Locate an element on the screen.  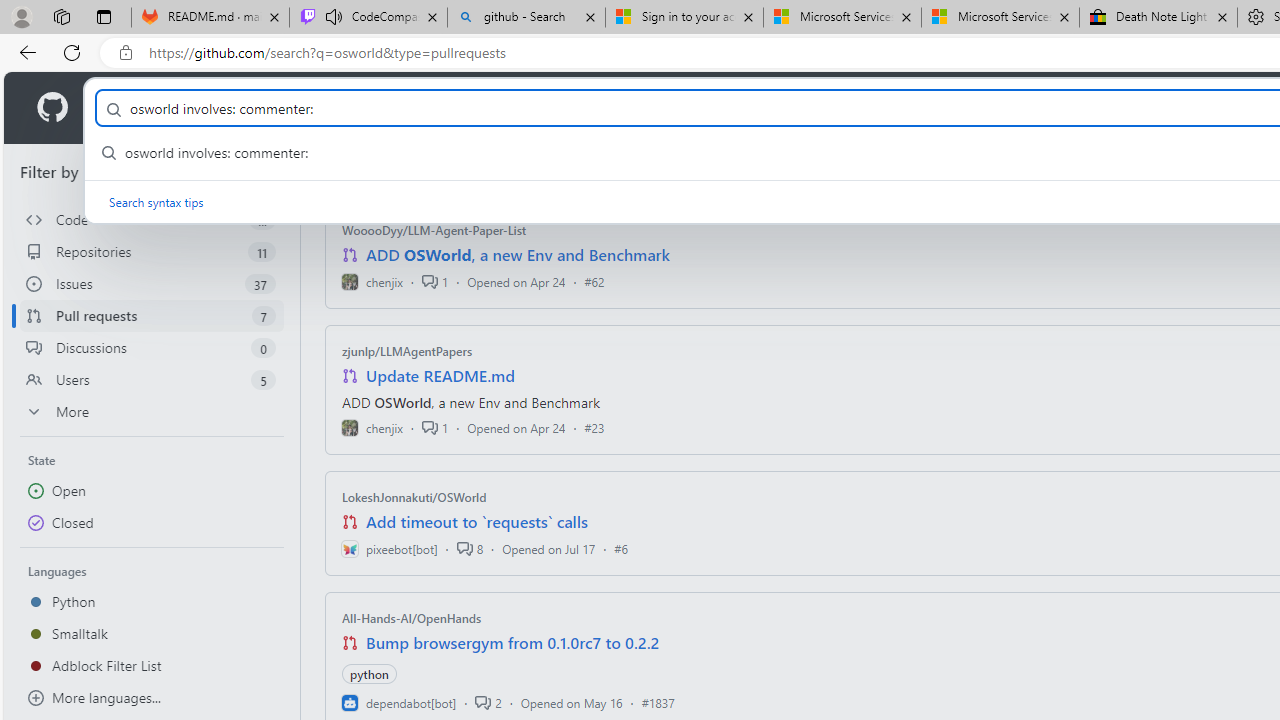
'#62' is located at coordinates (593, 281).